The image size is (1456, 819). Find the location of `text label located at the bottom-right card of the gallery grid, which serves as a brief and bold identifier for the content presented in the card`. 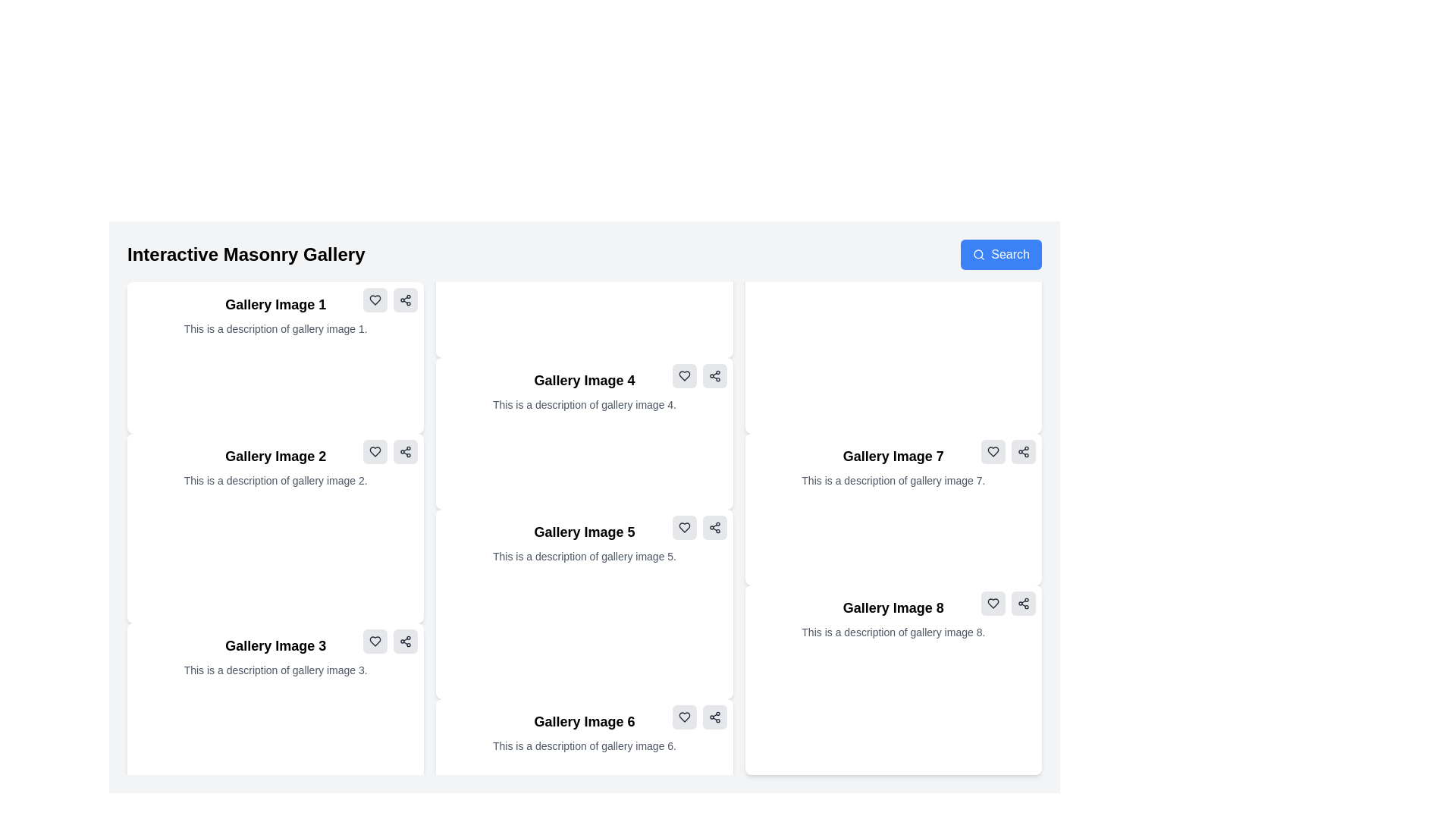

text label located at the bottom-right card of the gallery grid, which serves as a brief and bold identifier for the content presented in the card is located at coordinates (893, 607).